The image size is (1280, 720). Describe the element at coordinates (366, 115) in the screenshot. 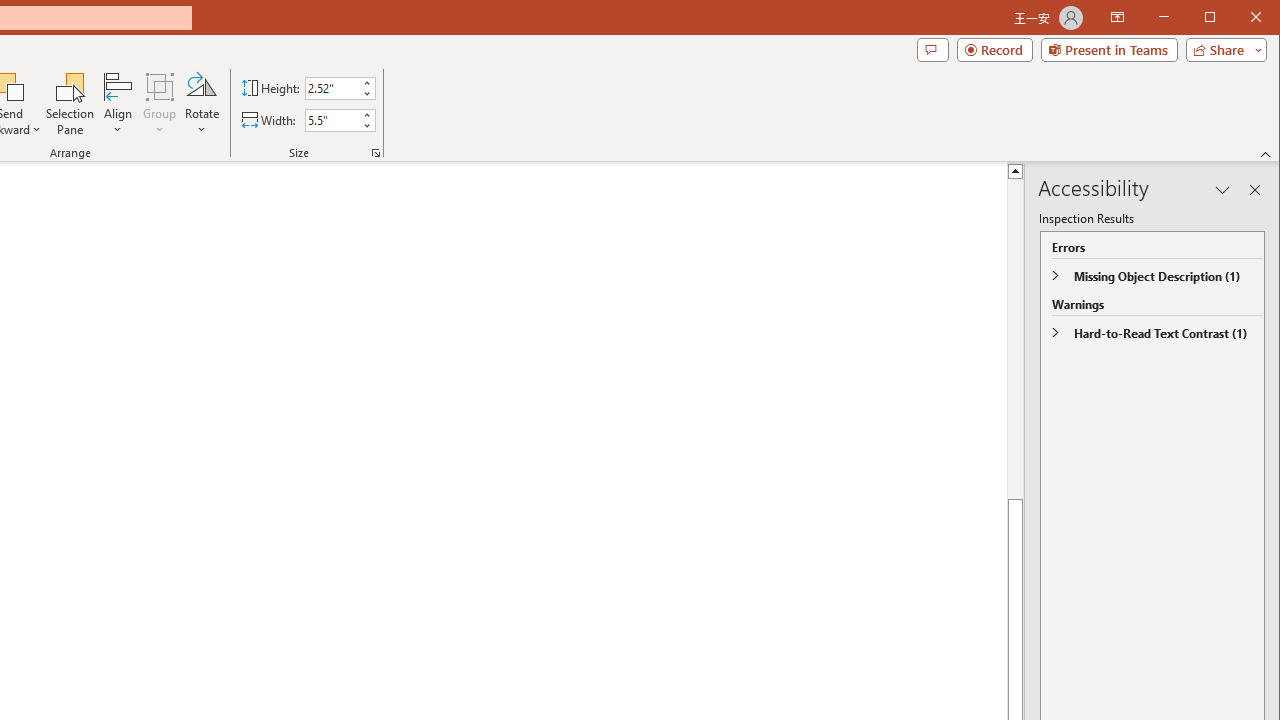

I see `'More'` at that location.